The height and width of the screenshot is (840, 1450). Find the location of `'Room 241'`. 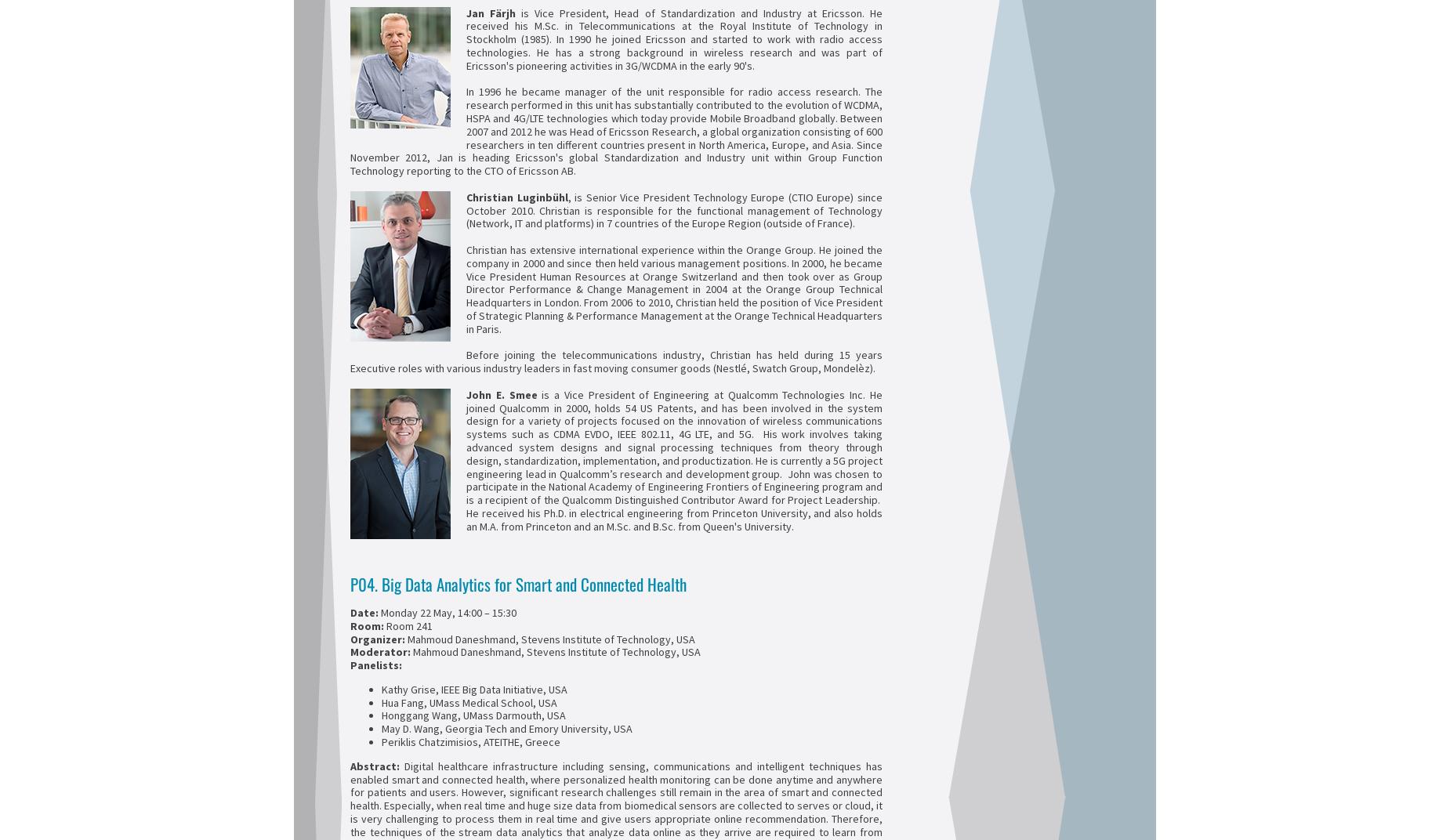

'Room 241' is located at coordinates (409, 625).